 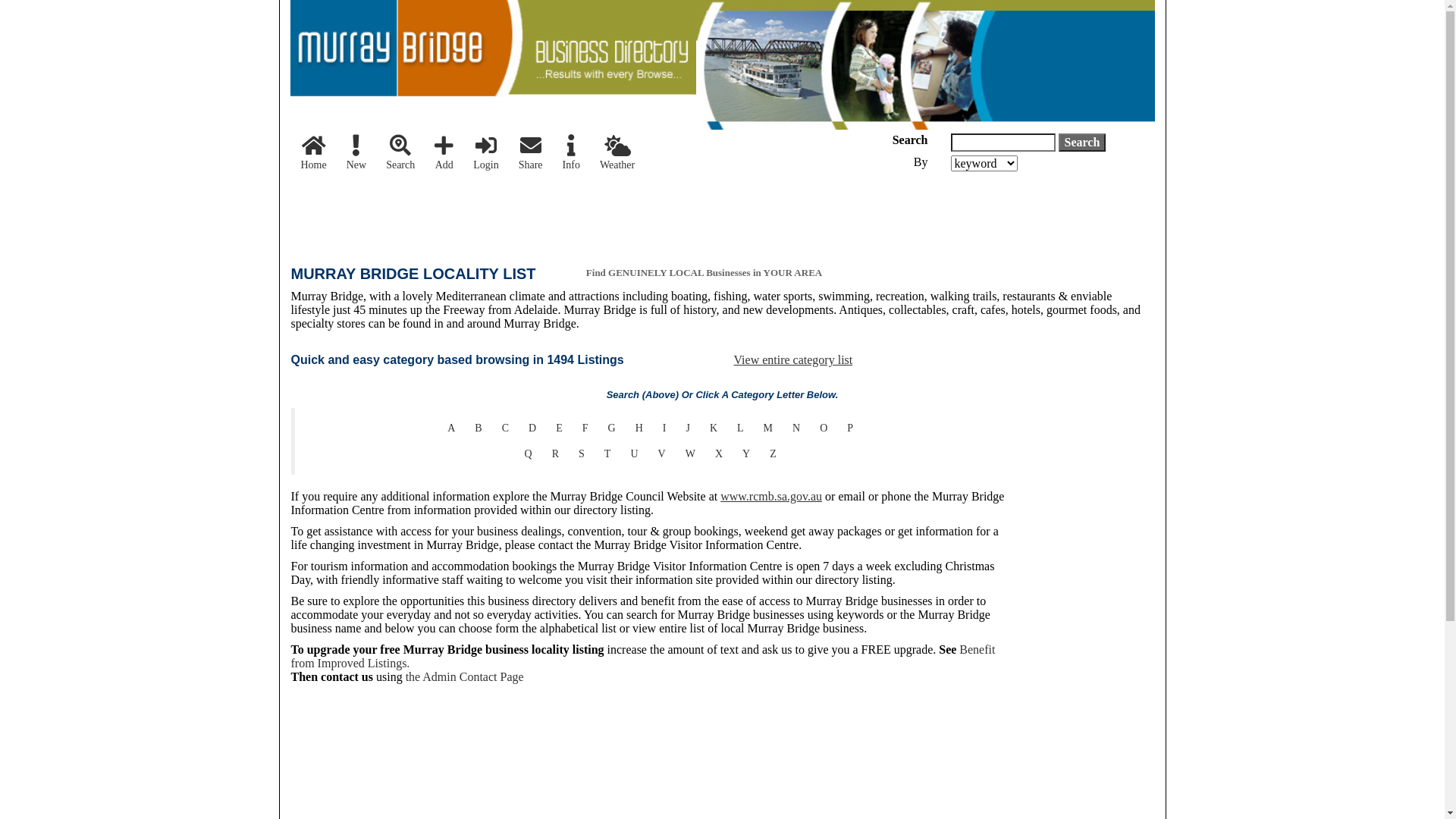 What do you see at coordinates (464, 676) in the screenshot?
I see `'the Admin Contact Page'` at bounding box center [464, 676].